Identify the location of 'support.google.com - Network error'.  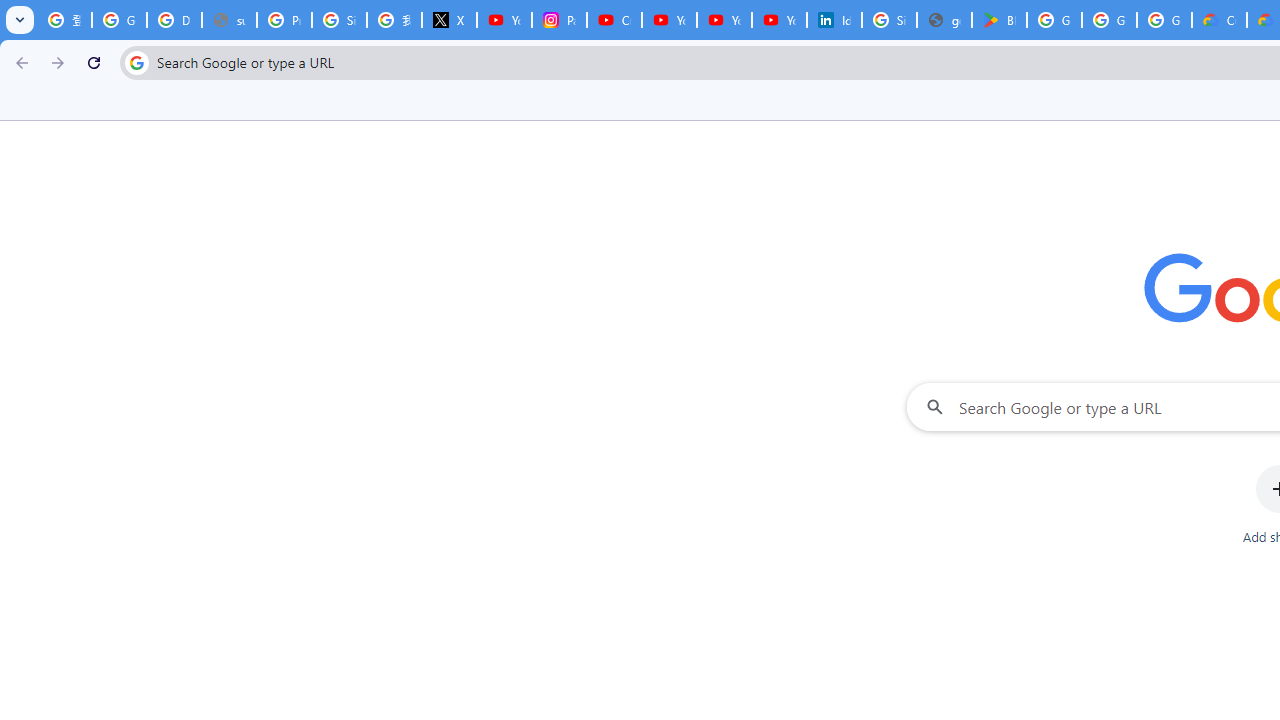
(229, 20).